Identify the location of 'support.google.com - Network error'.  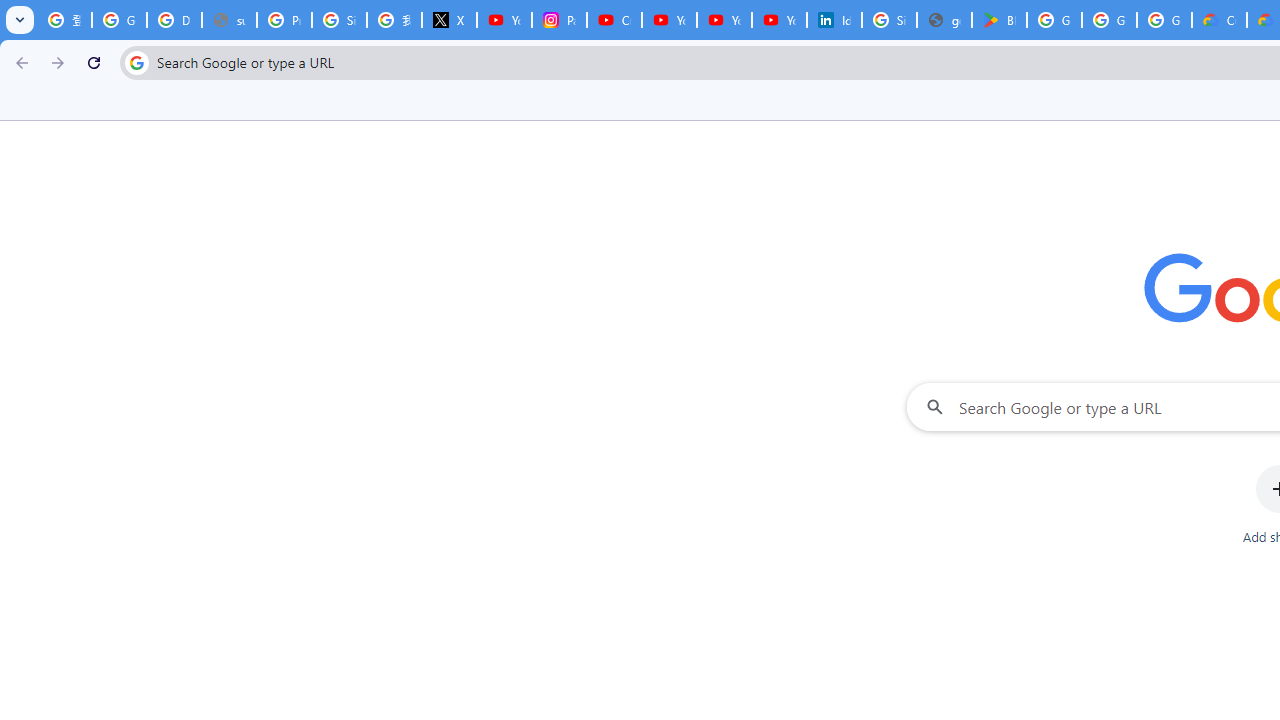
(229, 20).